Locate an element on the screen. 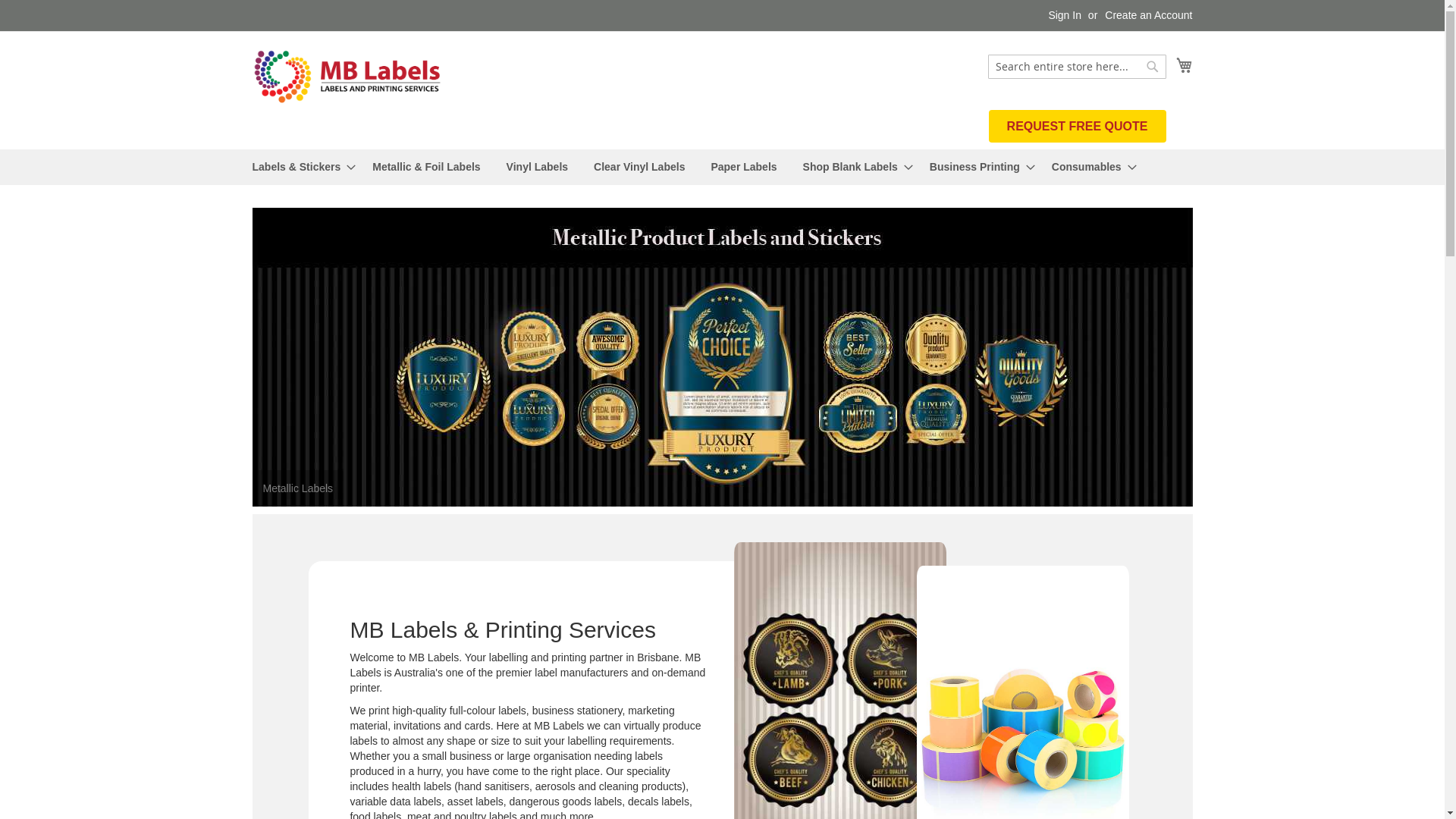 This screenshot has height=819, width=1456. 'REQUEST FREE QUOTE' is located at coordinates (989, 125).